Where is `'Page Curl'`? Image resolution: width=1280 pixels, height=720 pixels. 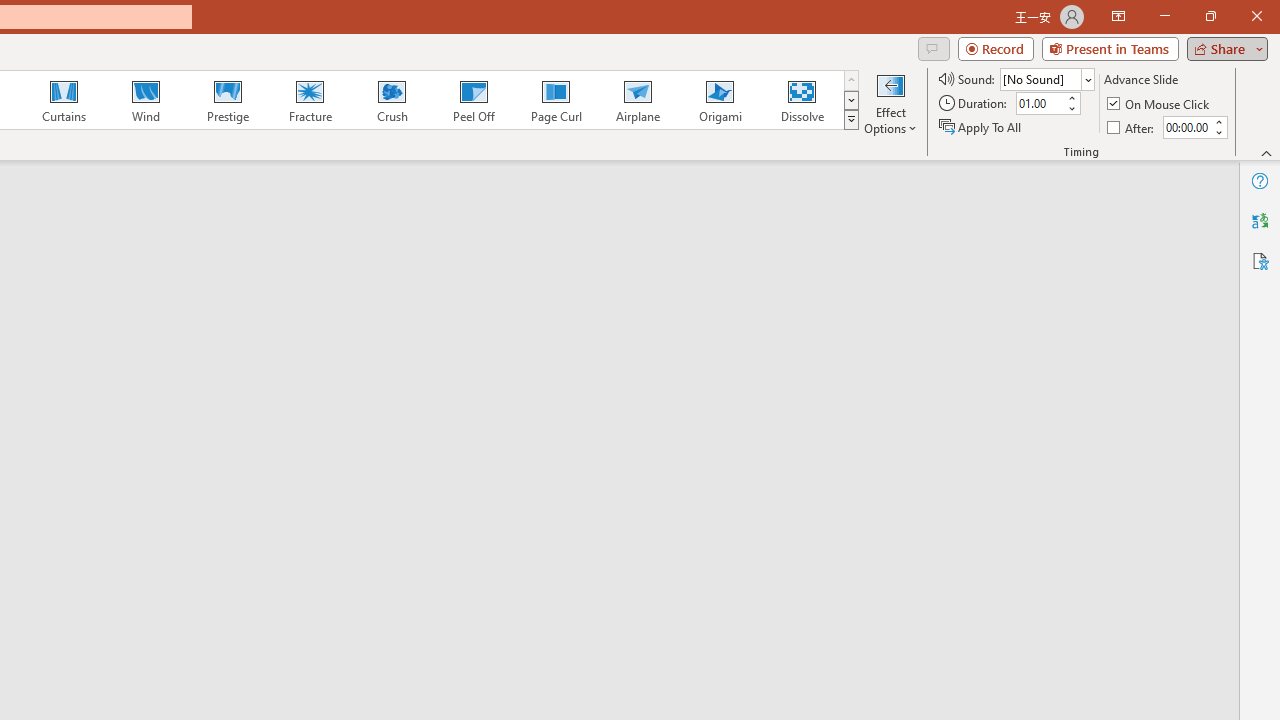 'Page Curl' is located at coordinates (555, 100).